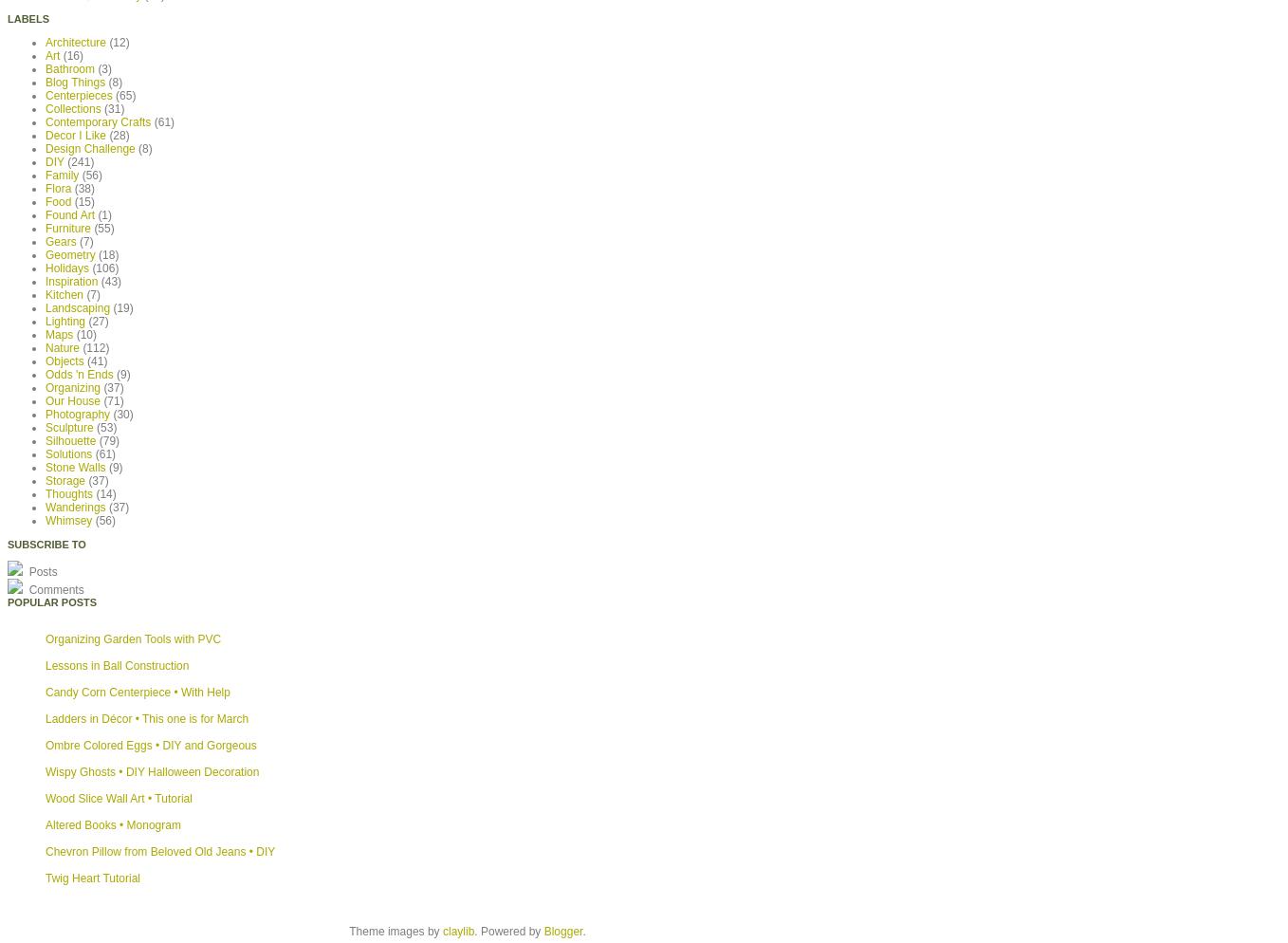 This screenshot has height=943, width=1288. Describe the element at coordinates (508, 929) in the screenshot. I see `'. Powered by'` at that location.